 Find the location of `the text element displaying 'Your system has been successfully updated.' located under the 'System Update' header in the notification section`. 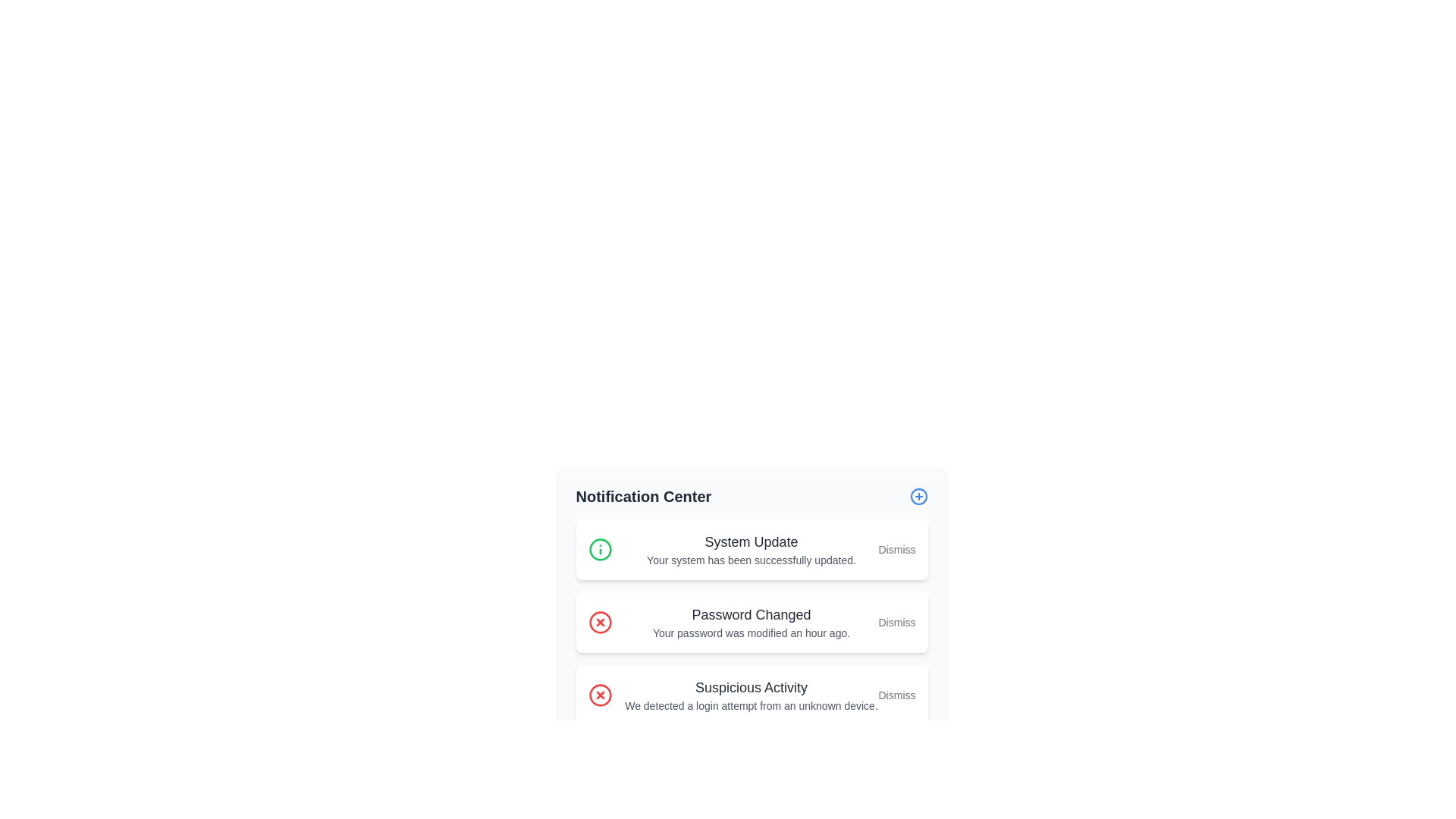

the text element displaying 'Your system has been successfully updated.' located under the 'System Update' header in the notification section is located at coordinates (751, 560).